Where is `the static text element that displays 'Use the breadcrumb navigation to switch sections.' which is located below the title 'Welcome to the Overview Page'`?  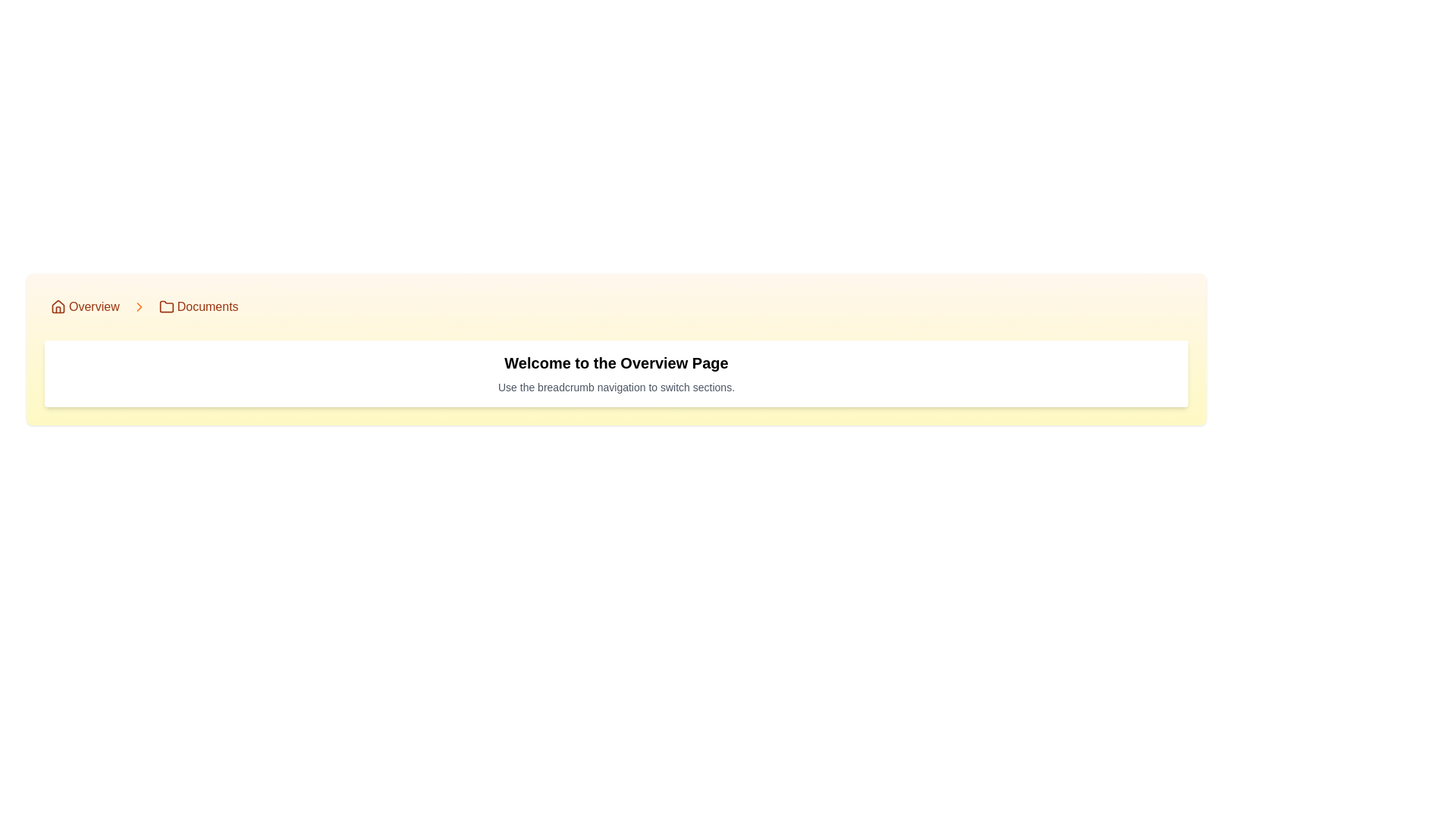 the static text element that displays 'Use the breadcrumb navigation to switch sections.' which is located below the title 'Welcome to the Overview Page' is located at coordinates (616, 386).